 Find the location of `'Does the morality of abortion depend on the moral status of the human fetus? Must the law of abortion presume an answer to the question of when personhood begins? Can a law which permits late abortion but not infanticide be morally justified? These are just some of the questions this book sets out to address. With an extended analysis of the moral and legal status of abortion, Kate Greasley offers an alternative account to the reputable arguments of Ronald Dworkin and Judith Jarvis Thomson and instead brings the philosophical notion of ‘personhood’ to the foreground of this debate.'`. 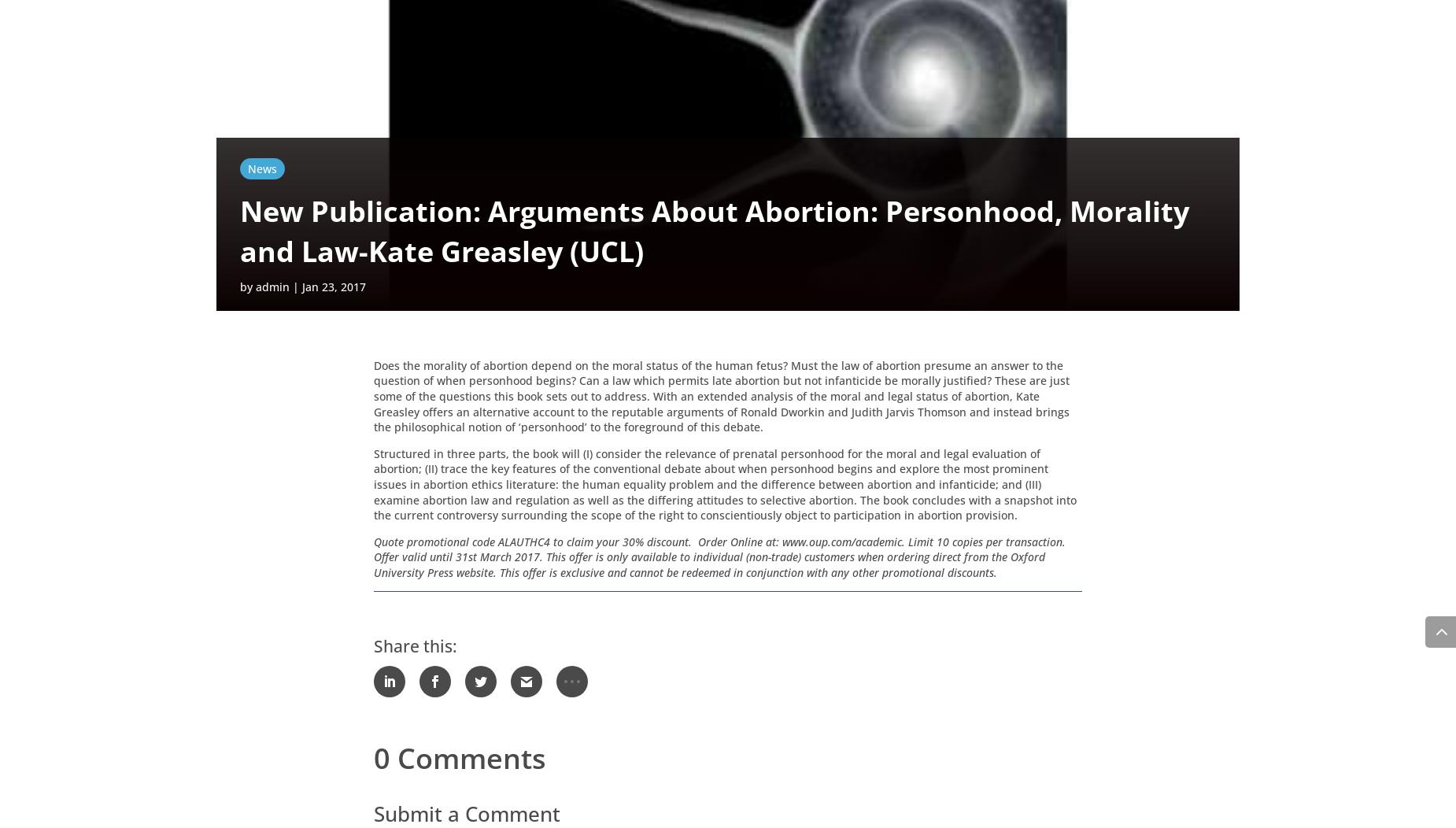

'Does the morality of abortion depend on the moral status of the human fetus? Must the law of abortion presume an answer to the question of when personhood begins? Can a law which permits late abortion but not infanticide be morally justified? These are just some of the questions this book sets out to address. With an extended analysis of the moral and legal status of abortion, Kate Greasley offers an alternative account to the reputable arguments of Ronald Dworkin and Judith Jarvis Thomson and instead brings the philosophical notion of ‘personhood’ to the foreground of this debate.' is located at coordinates (722, 397).